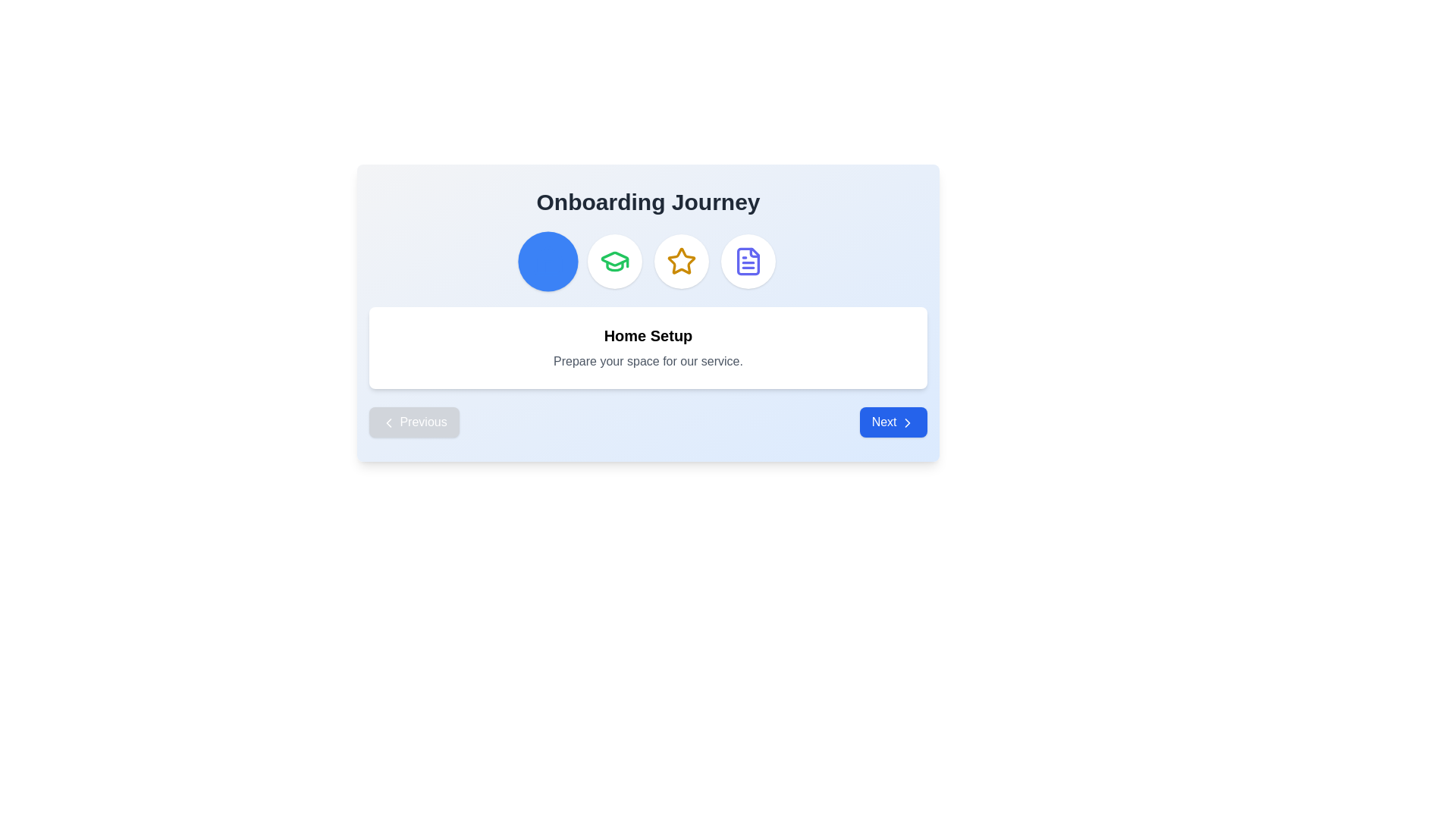 The height and width of the screenshot is (819, 1456). Describe the element at coordinates (907, 422) in the screenshot. I see `the 'Next' icon located within the blue button at the bottom-right corner of the interface, which represents the action of proceeding or moving forward` at that location.